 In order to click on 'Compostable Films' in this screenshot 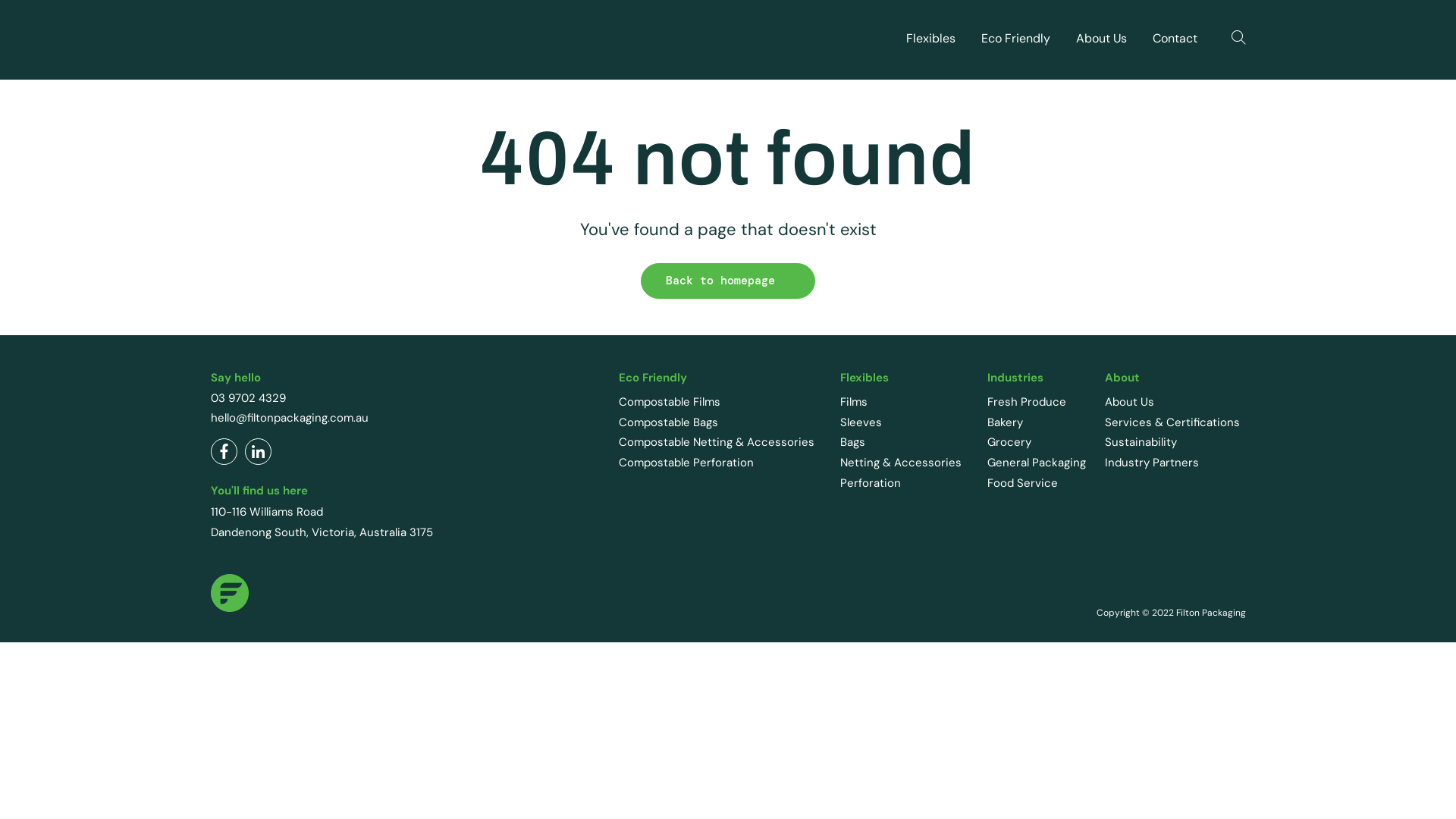, I will do `click(669, 400)`.